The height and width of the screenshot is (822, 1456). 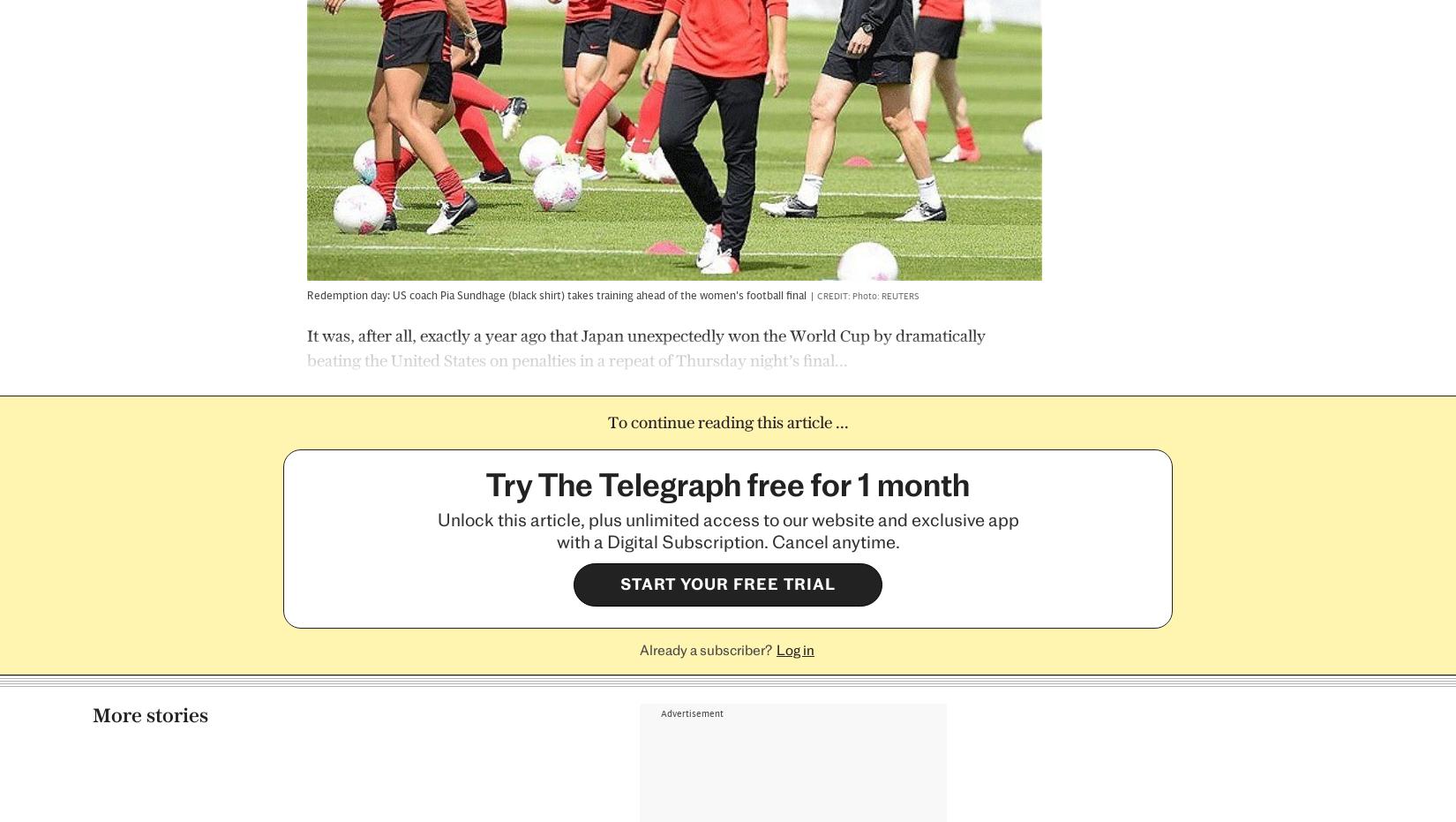 What do you see at coordinates (786, 649) in the screenshot?
I see `'Lila Randall'` at bounding box center [786, 649].